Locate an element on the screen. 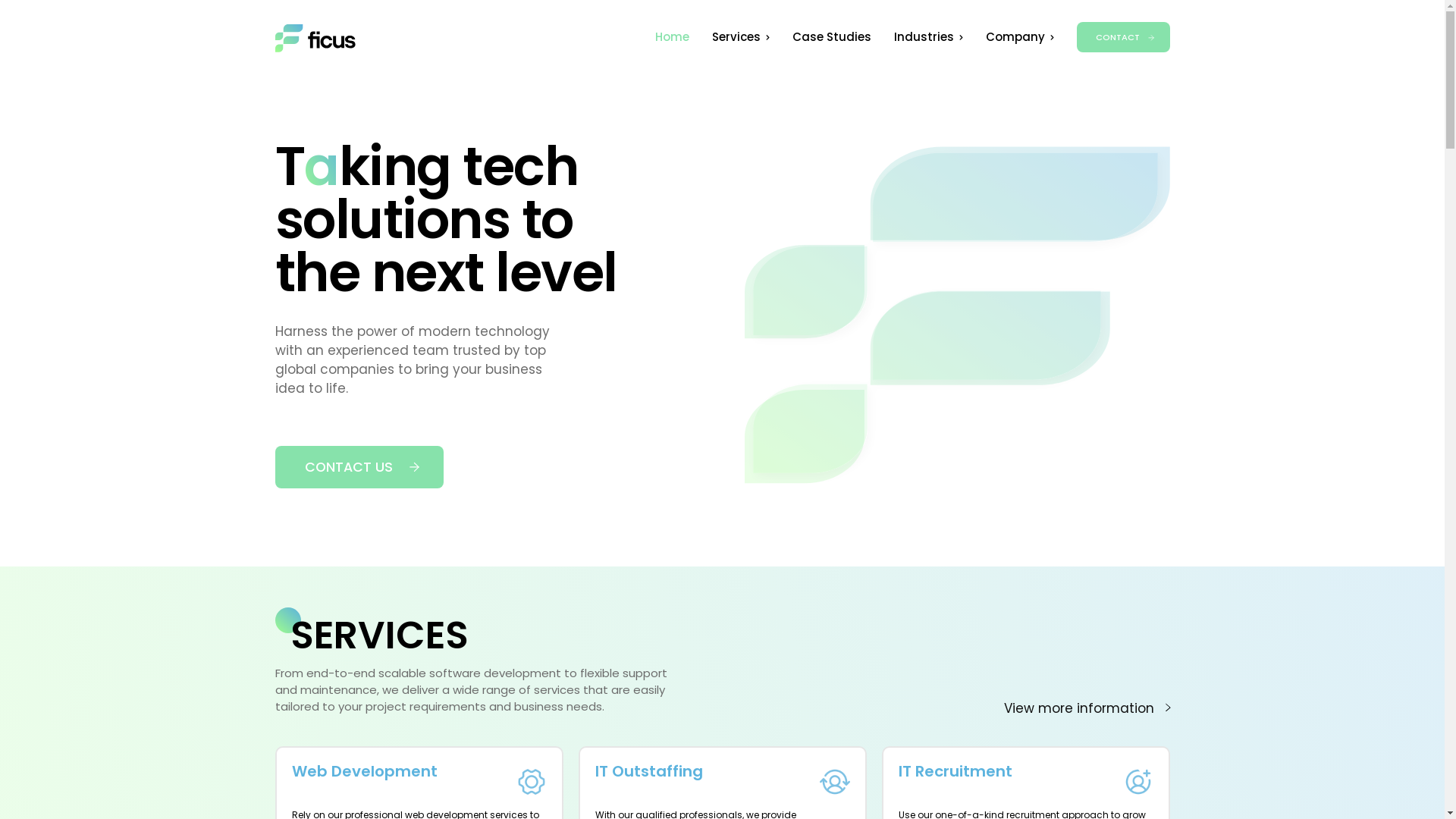 The height and width of the screenshot is (819, 1456). 'Home' is located at coordinates (671, 36).